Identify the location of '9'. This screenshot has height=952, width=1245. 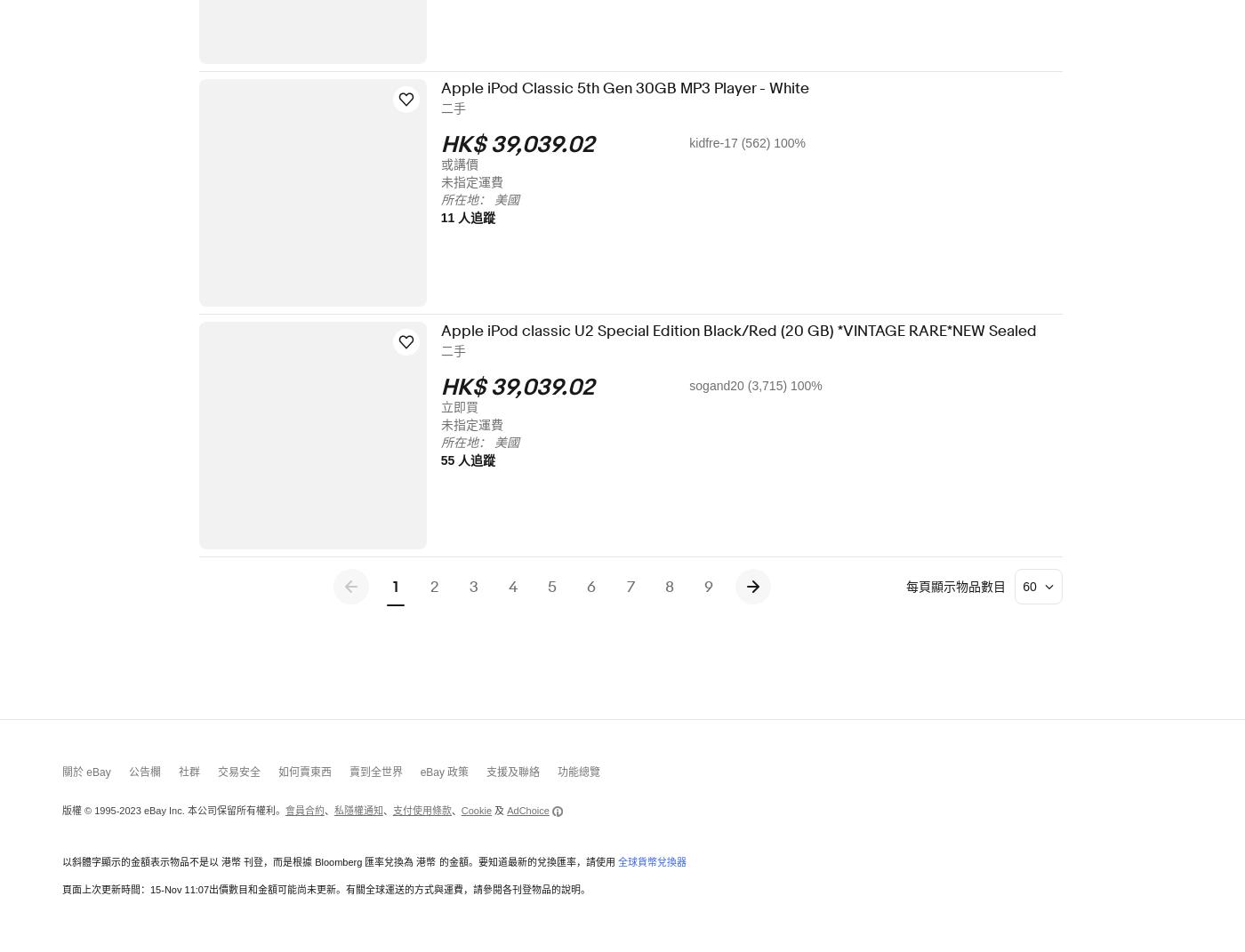
(720, 585).